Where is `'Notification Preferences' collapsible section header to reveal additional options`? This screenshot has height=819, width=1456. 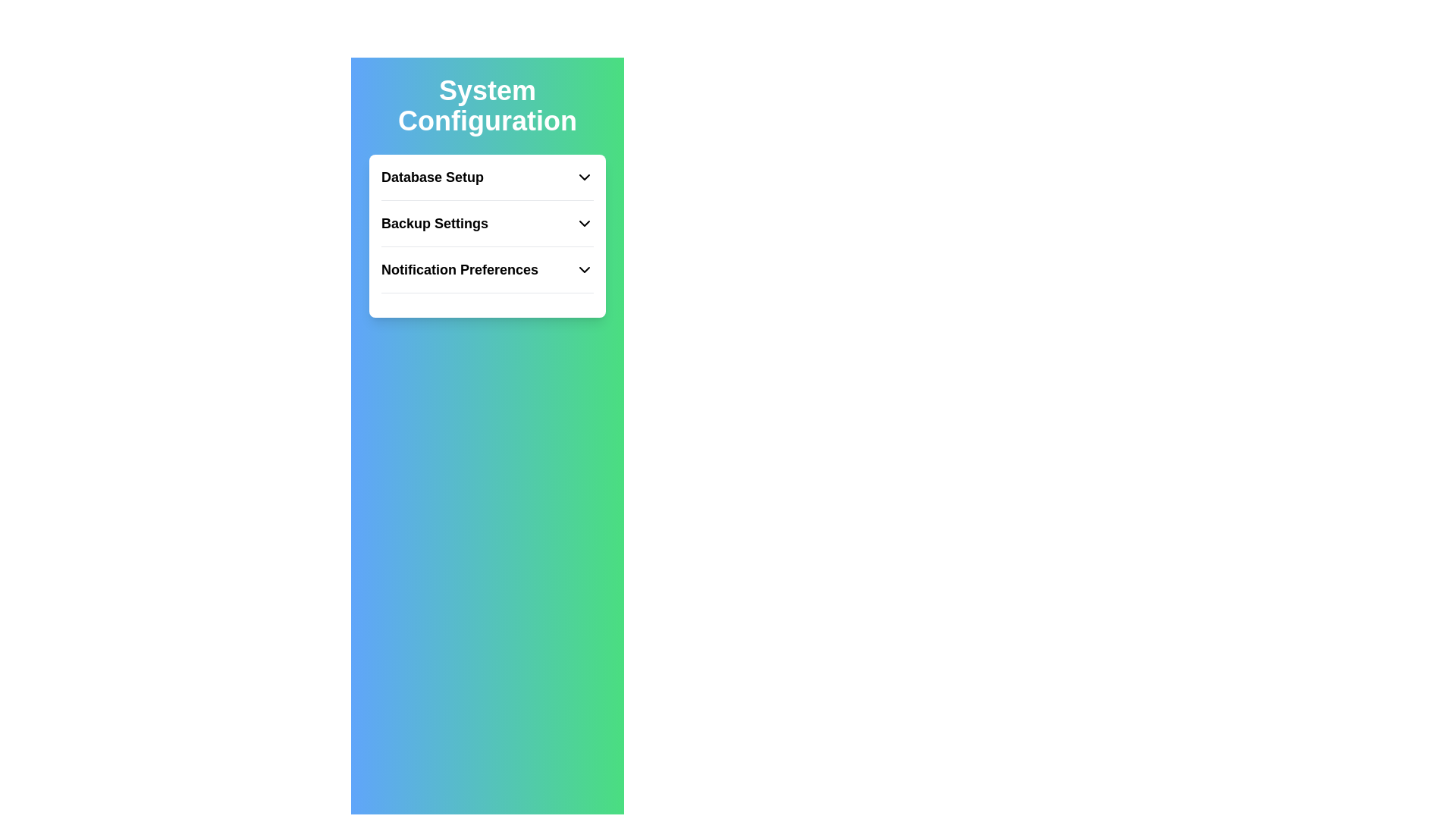
'Notification Preferences' collapsible section header to reveal additional options is located at coordinates (488, 268).